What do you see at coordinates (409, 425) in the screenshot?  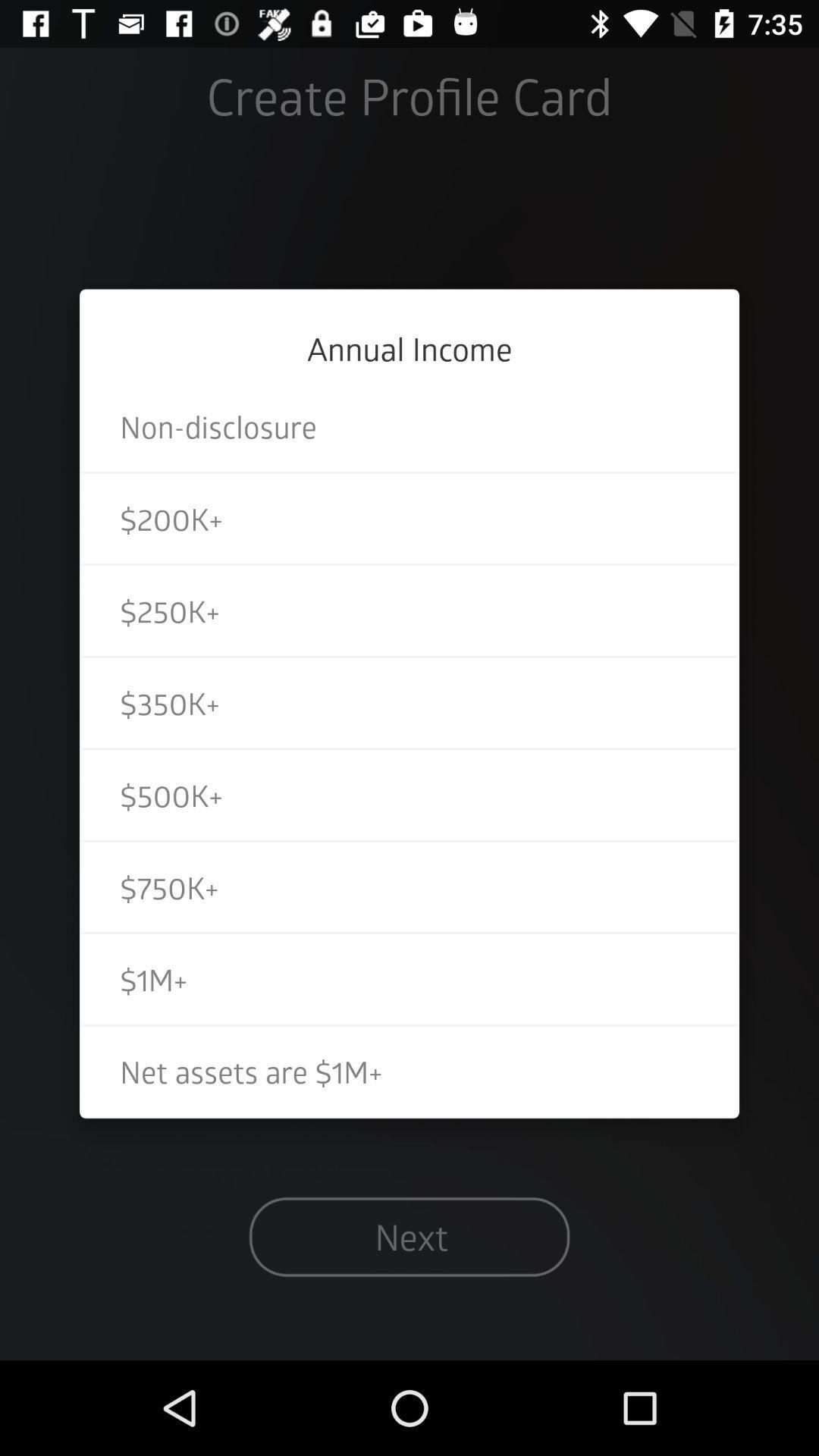 I see `non-disclosure icon` at bounding box center [409, 425].